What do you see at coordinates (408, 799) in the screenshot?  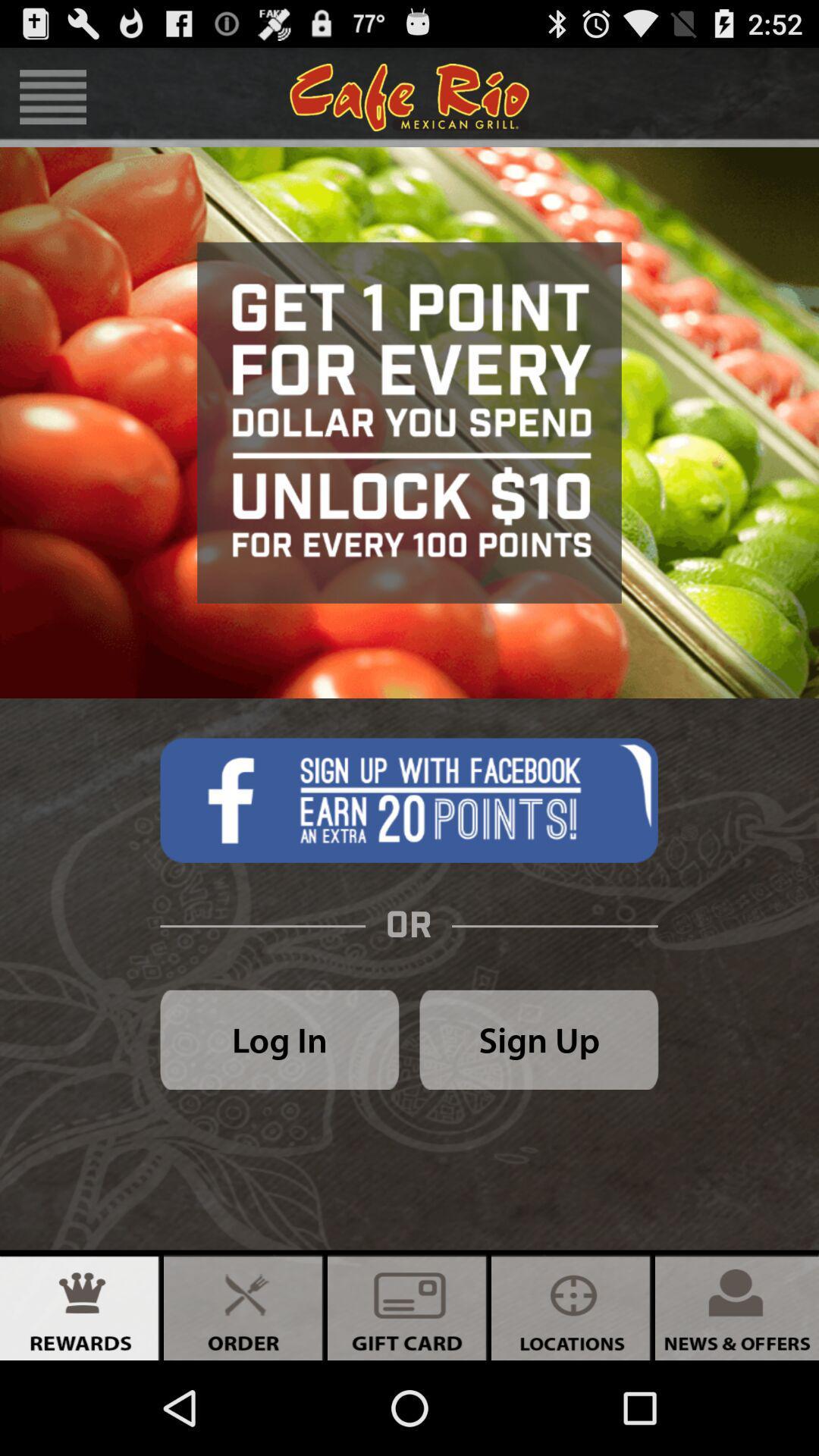 I see `facebook` at bounding box center [408, 799].